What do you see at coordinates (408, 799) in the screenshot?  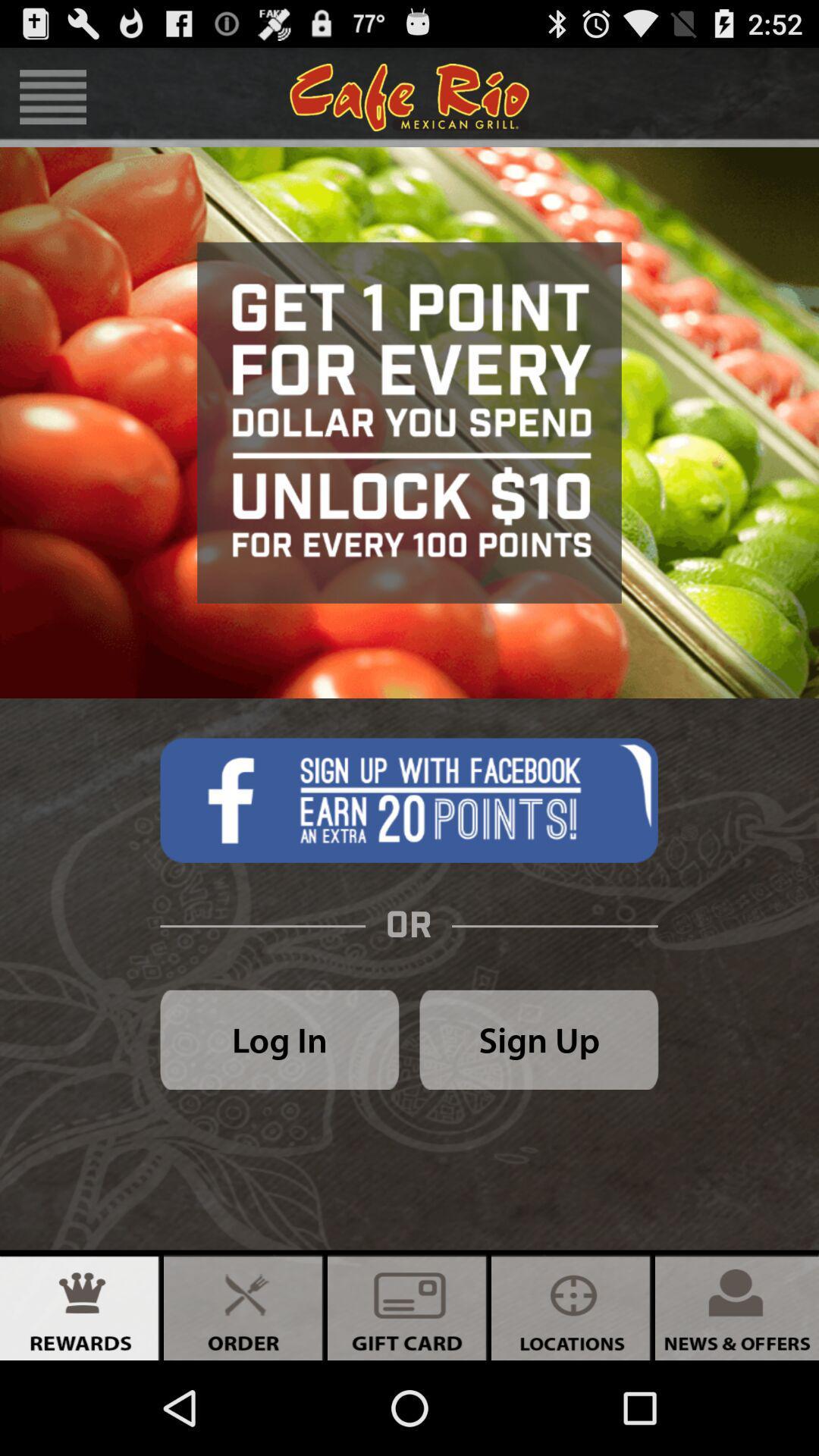 I see `facebook` at bounding box center [408, 799].